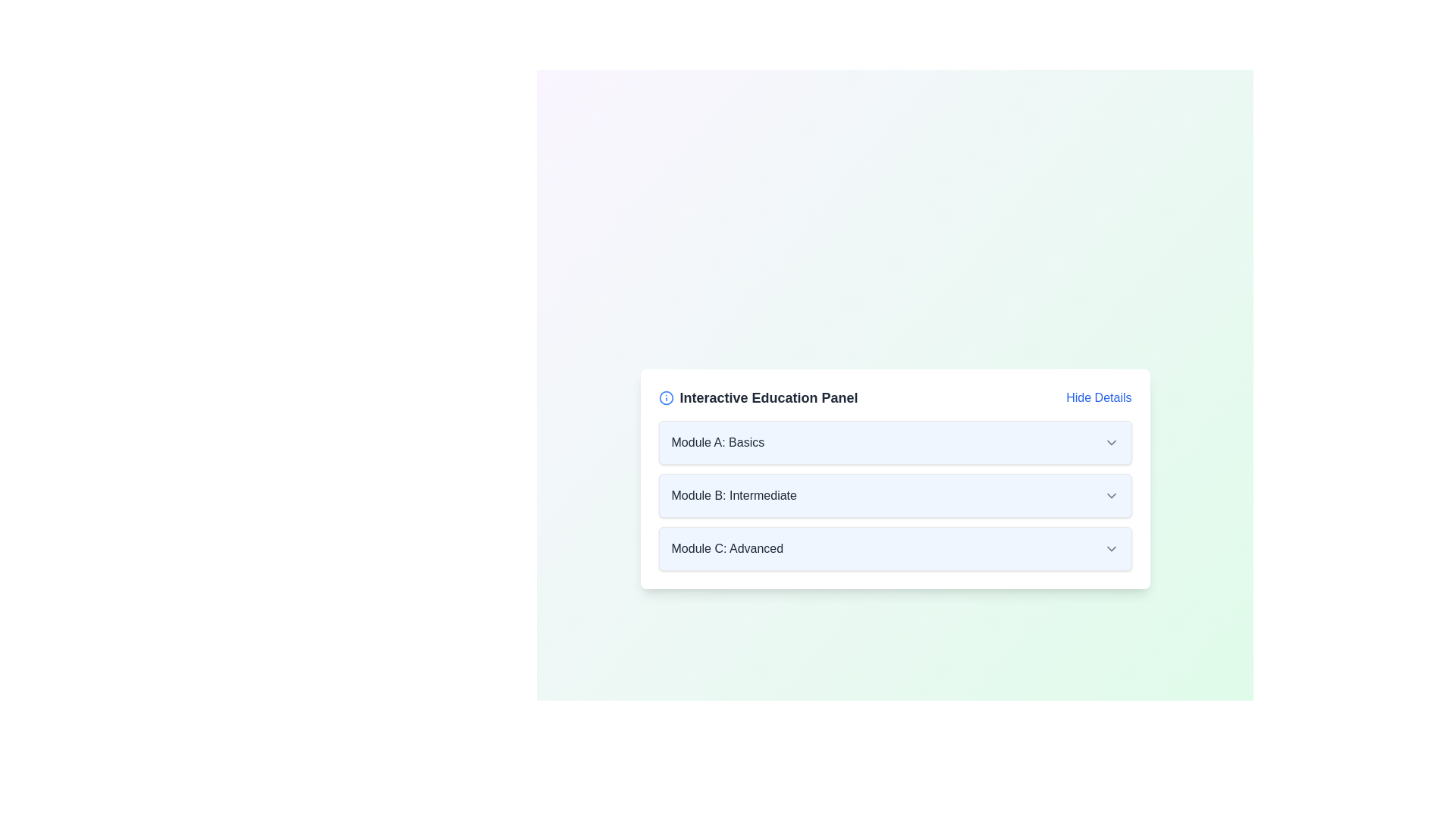  Describe the element at coordinates (666, 397) in the screenshot. I see `circular SVG graphical element within the information icon located at the left side of the 'Interactive Education Panel' header` at that location.